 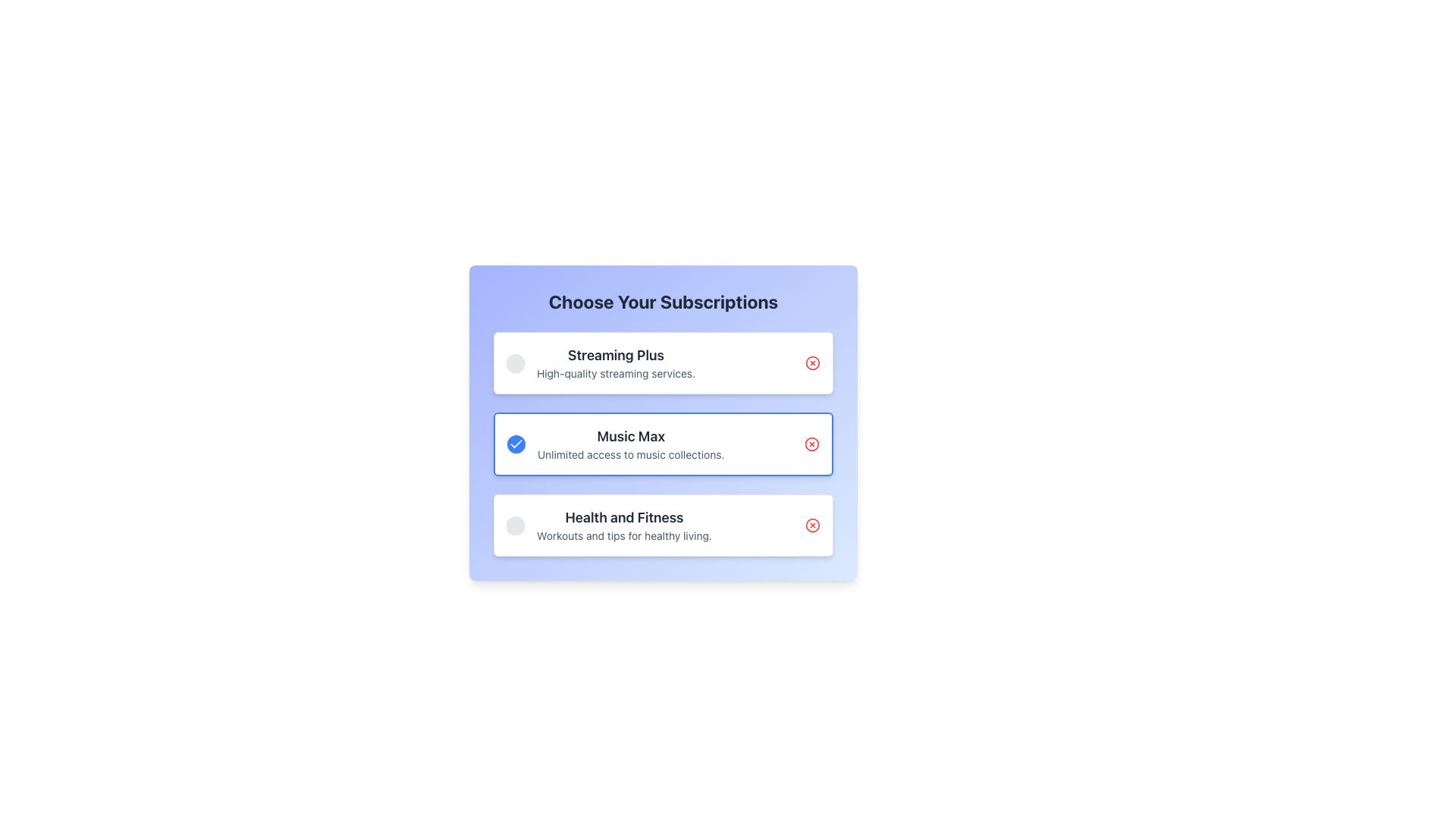 I want to click on the selectable list item labeled 'Music Max' which features a blue border and a white background, so click(x=663, y=444).